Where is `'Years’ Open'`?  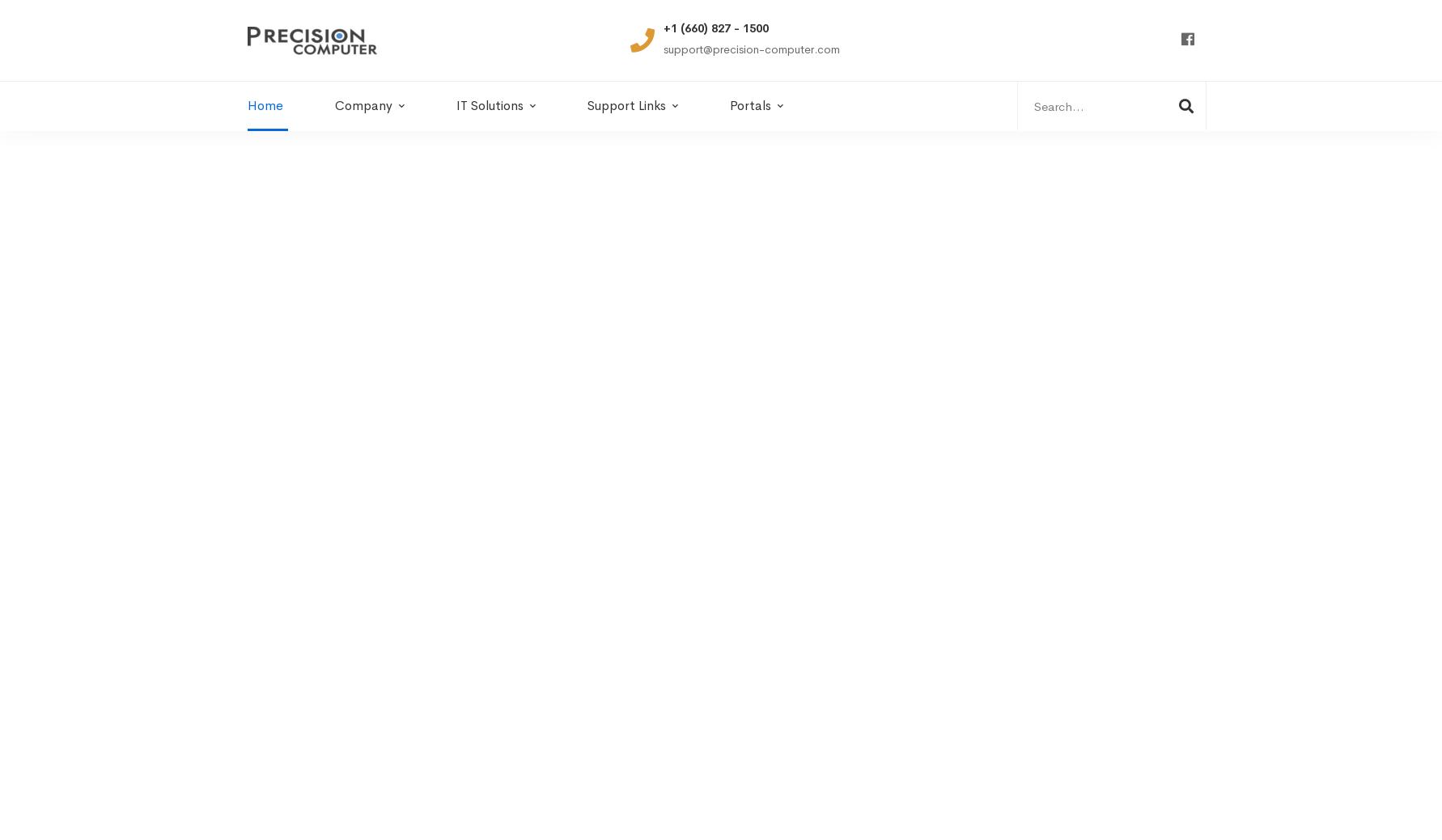
'Years’ Open' is located at coordinates (512, 804).